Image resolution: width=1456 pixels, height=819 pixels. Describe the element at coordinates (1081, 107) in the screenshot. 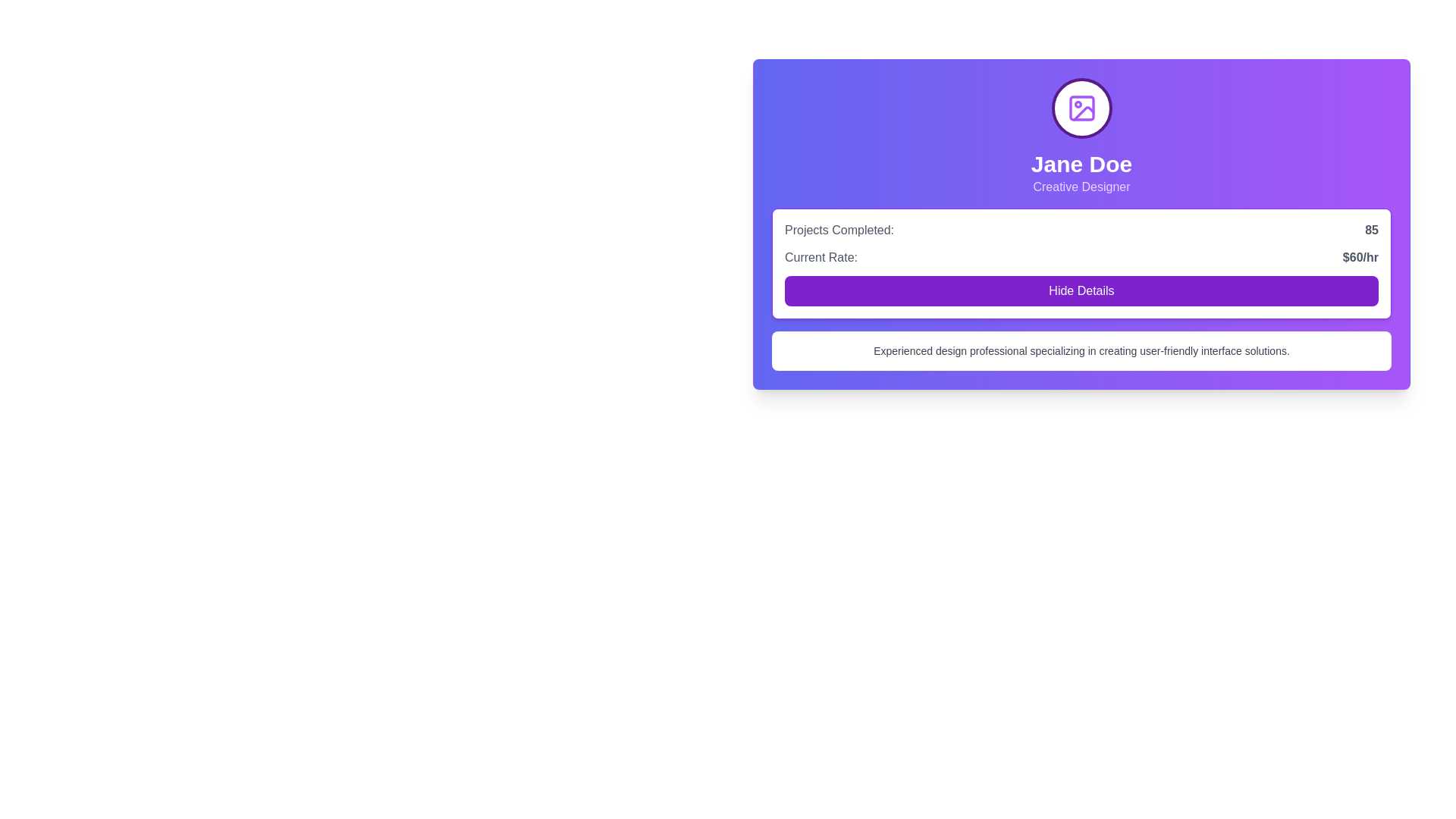

I see `the purple icon representing an image, which is located in a circular white background at the top-center of the card layout` at that location.